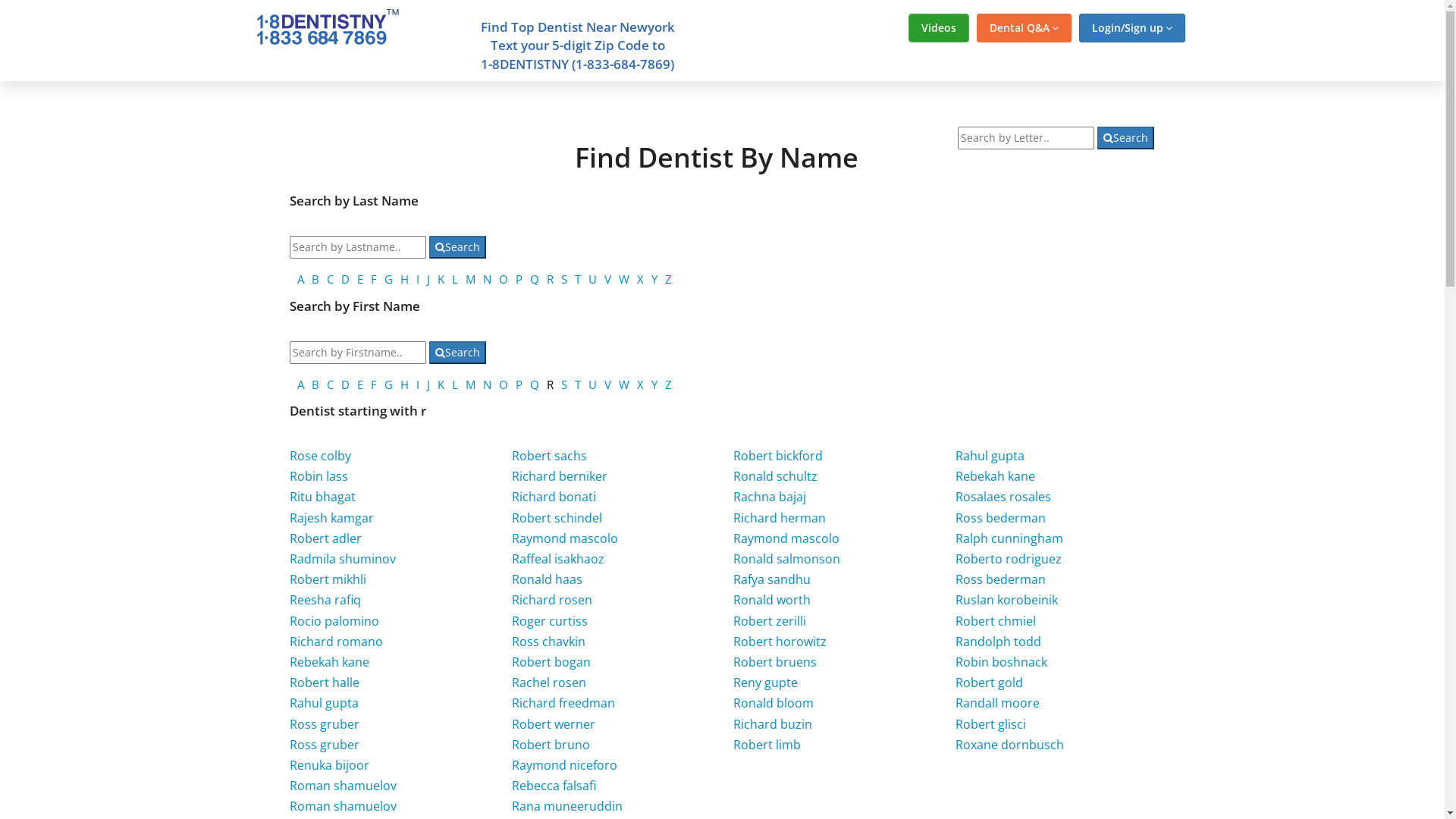 The image size is (1456, 819). What do you see at coordinates (503, 278) in the screenshot?
I see `'O'` at bounding box center [503, 278].